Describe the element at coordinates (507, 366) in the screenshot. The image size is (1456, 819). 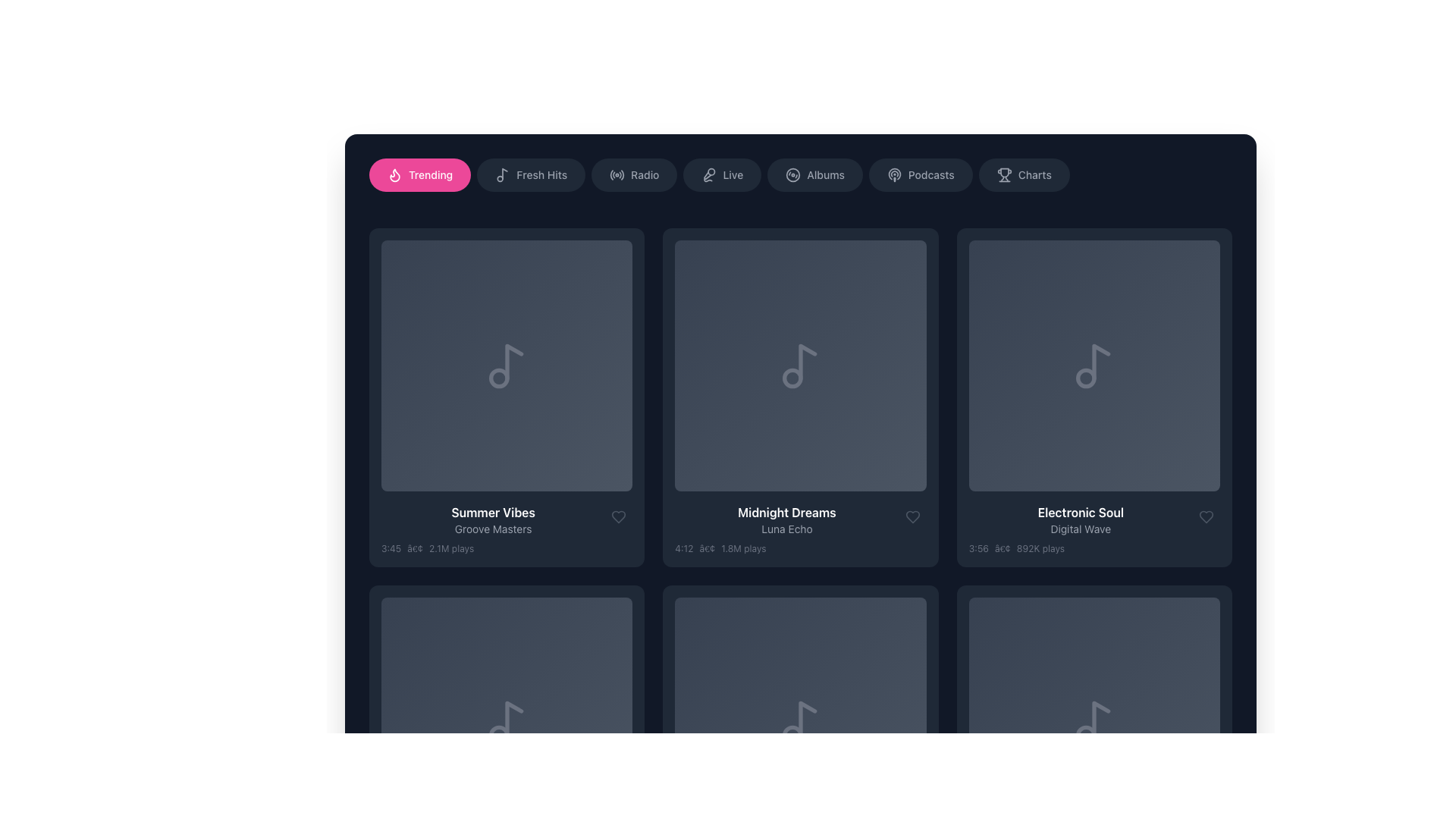
I see `the musical note icon, which is the central element of the first tile beneath the 'Trending' navigation tab, above the 'Summer Vibes' text` at that location.